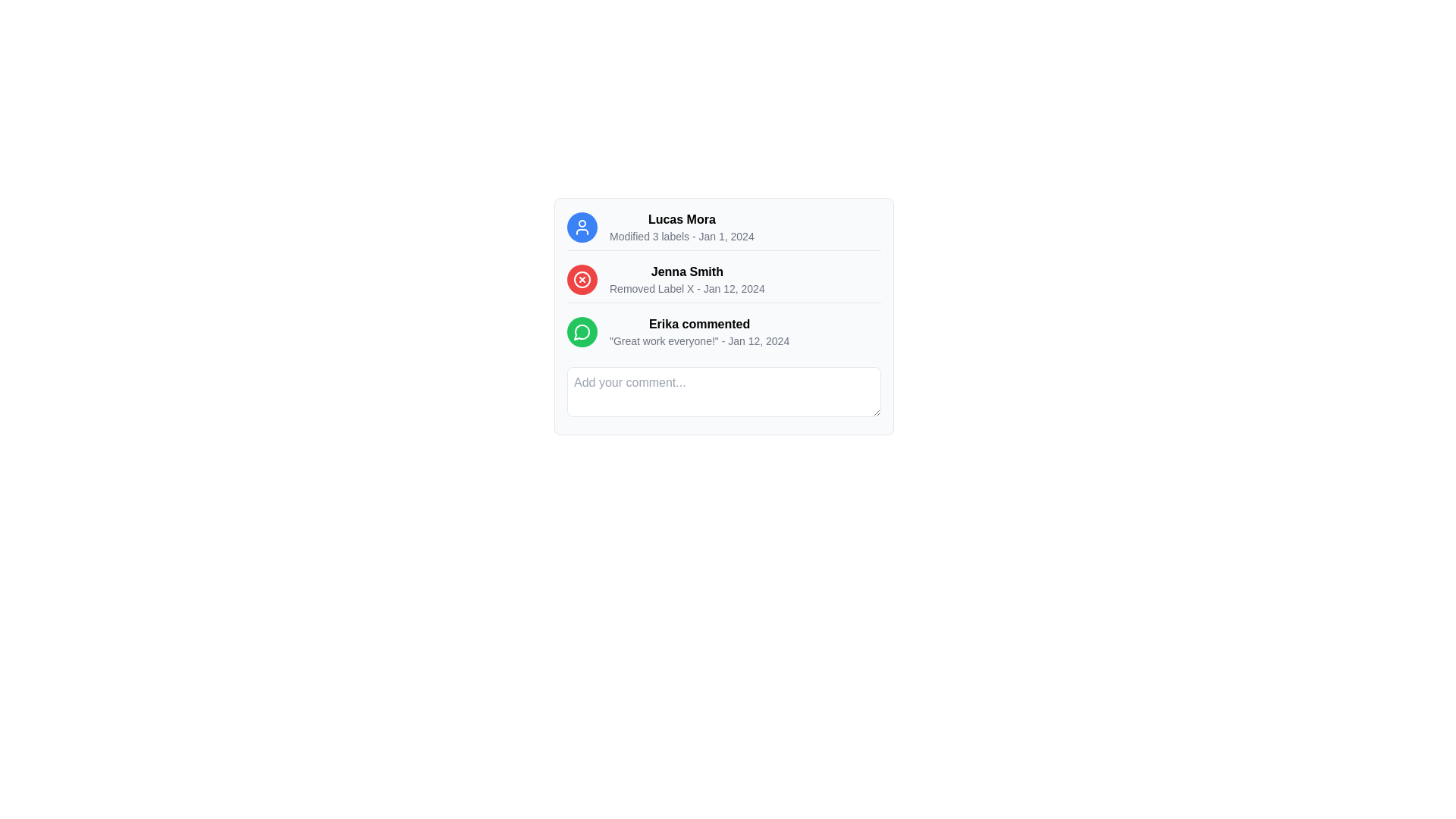 The height and width of the screenshot is (819, 1456). I want to click on the user activity entry for 'Lucas Mora', so click(723, 231).